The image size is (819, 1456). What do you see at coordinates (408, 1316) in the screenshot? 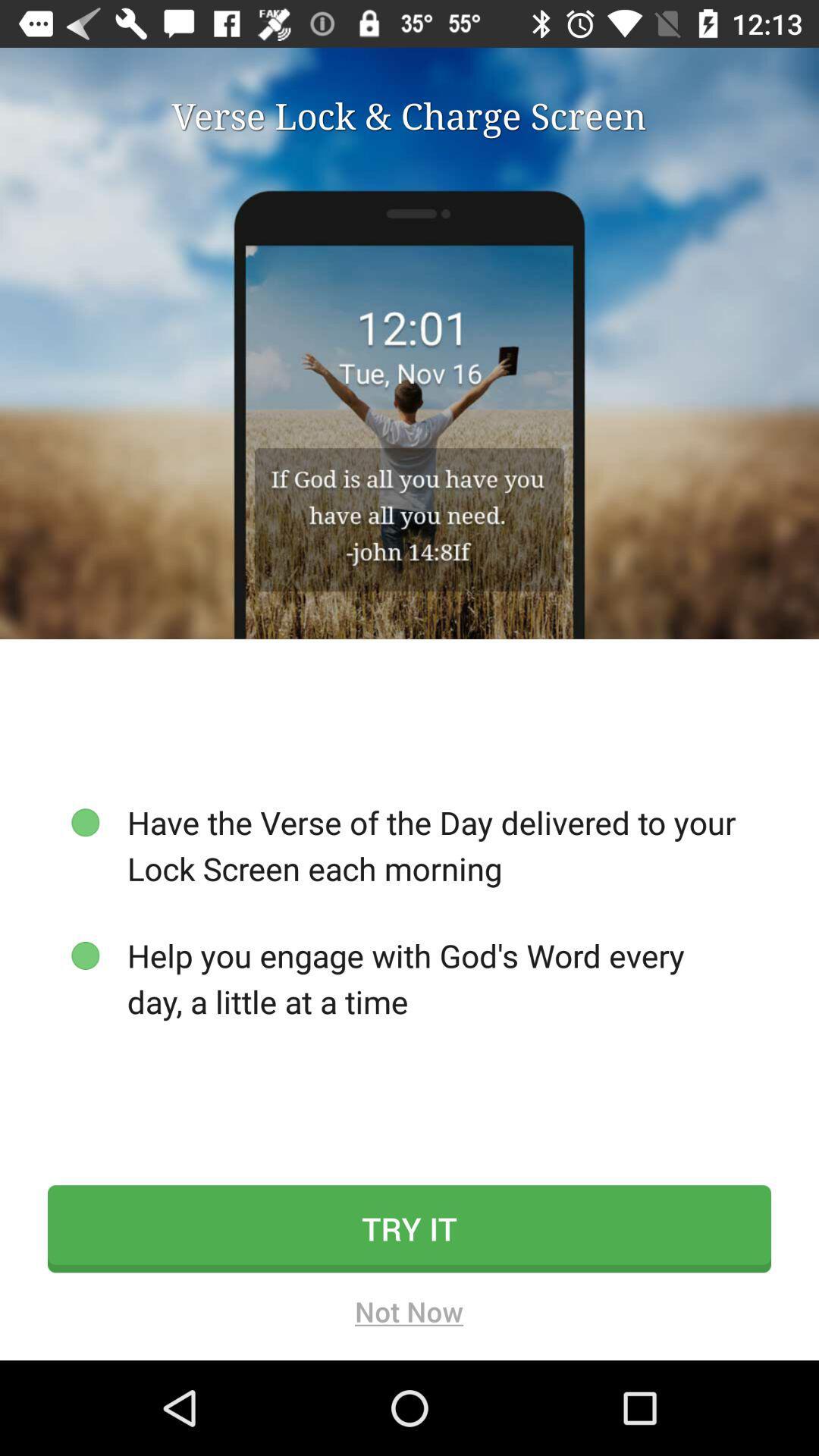
I see `the item below try it` at bounding box center [408, 1316].